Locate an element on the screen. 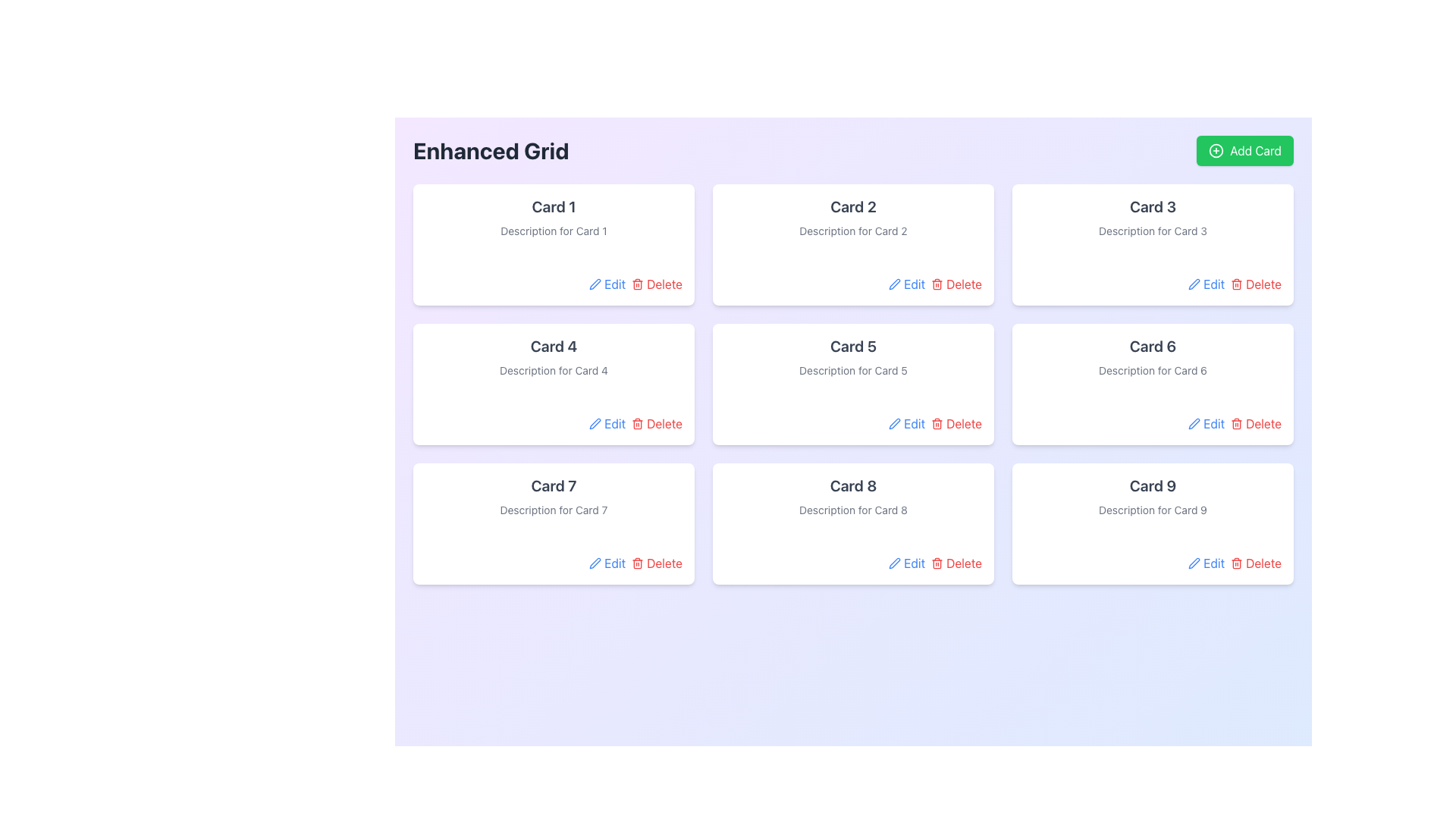 Image resolution: width=1456 pixels, height=819 pixels. the pen icon located at the top-right corner of 'Card 3' to initiate editing is located at coordinates (1194, 284).